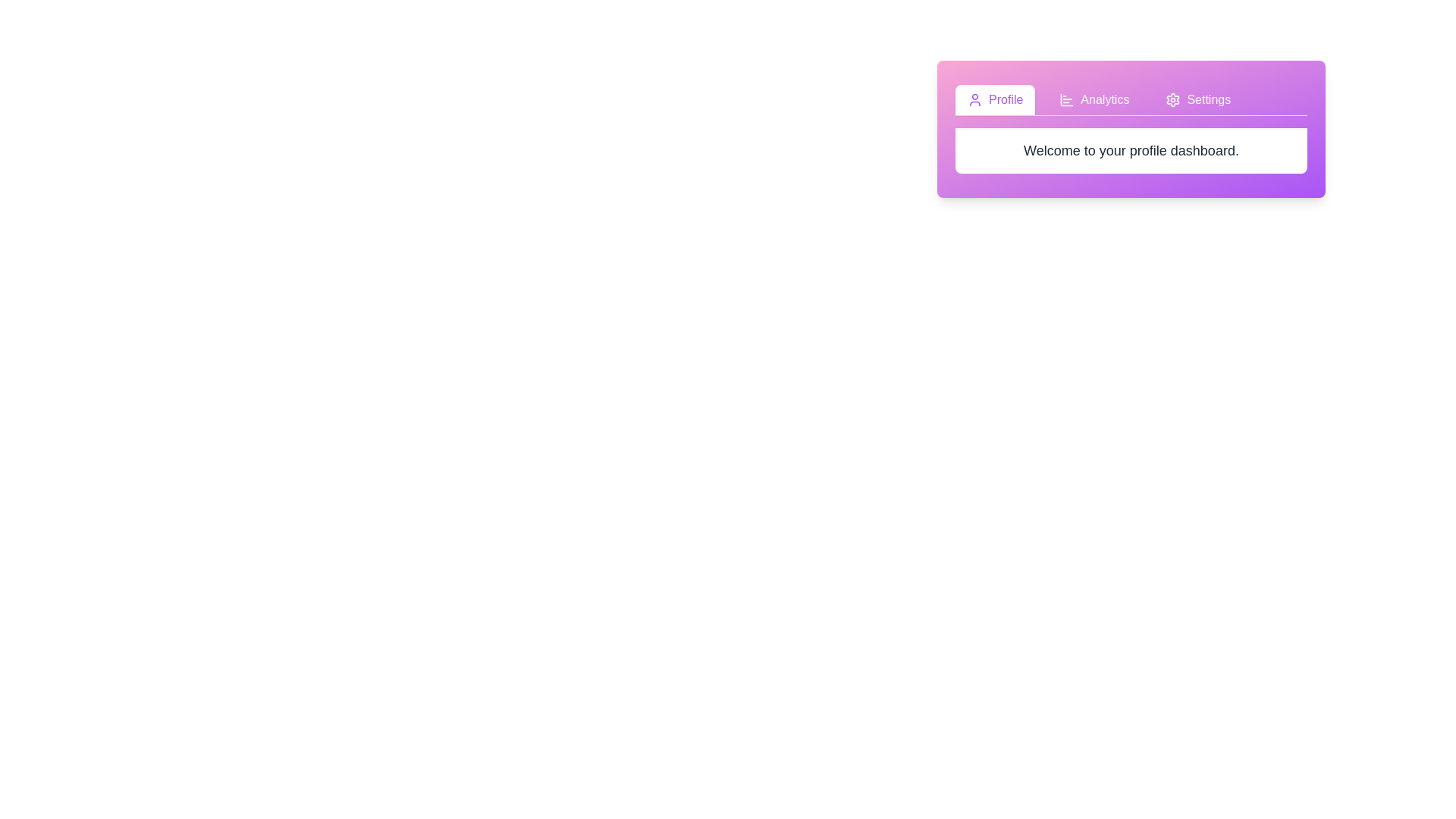 This screenshot has height=819, width=1456. Describe the element at coordinates (1094, 99) in the screenshot. I see `the Analytics tab by clicking on its button` at that location.